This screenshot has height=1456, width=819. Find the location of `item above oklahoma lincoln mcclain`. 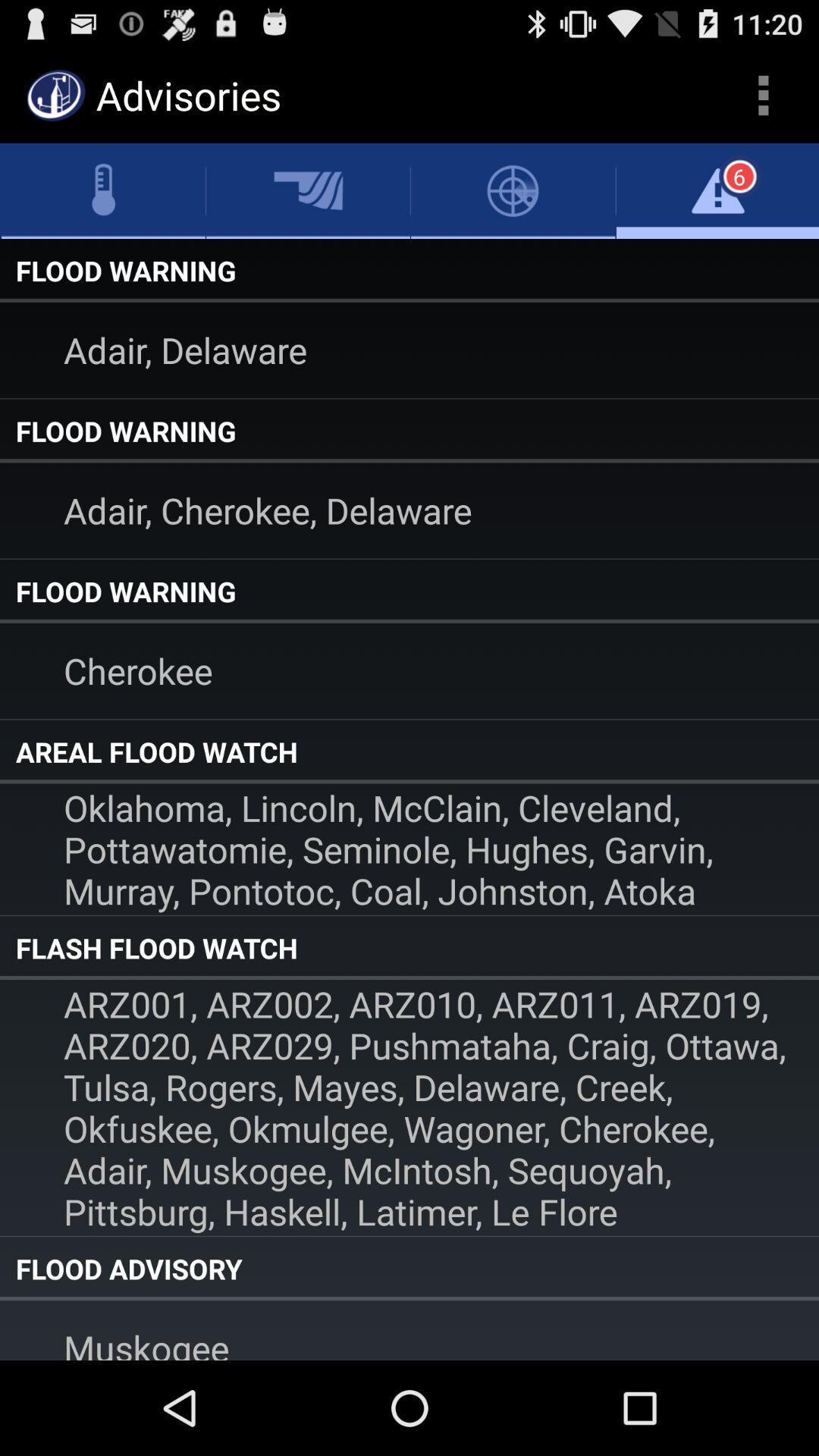

item above oklahoma lincoln mcclain is located at coordinates (409, 752).